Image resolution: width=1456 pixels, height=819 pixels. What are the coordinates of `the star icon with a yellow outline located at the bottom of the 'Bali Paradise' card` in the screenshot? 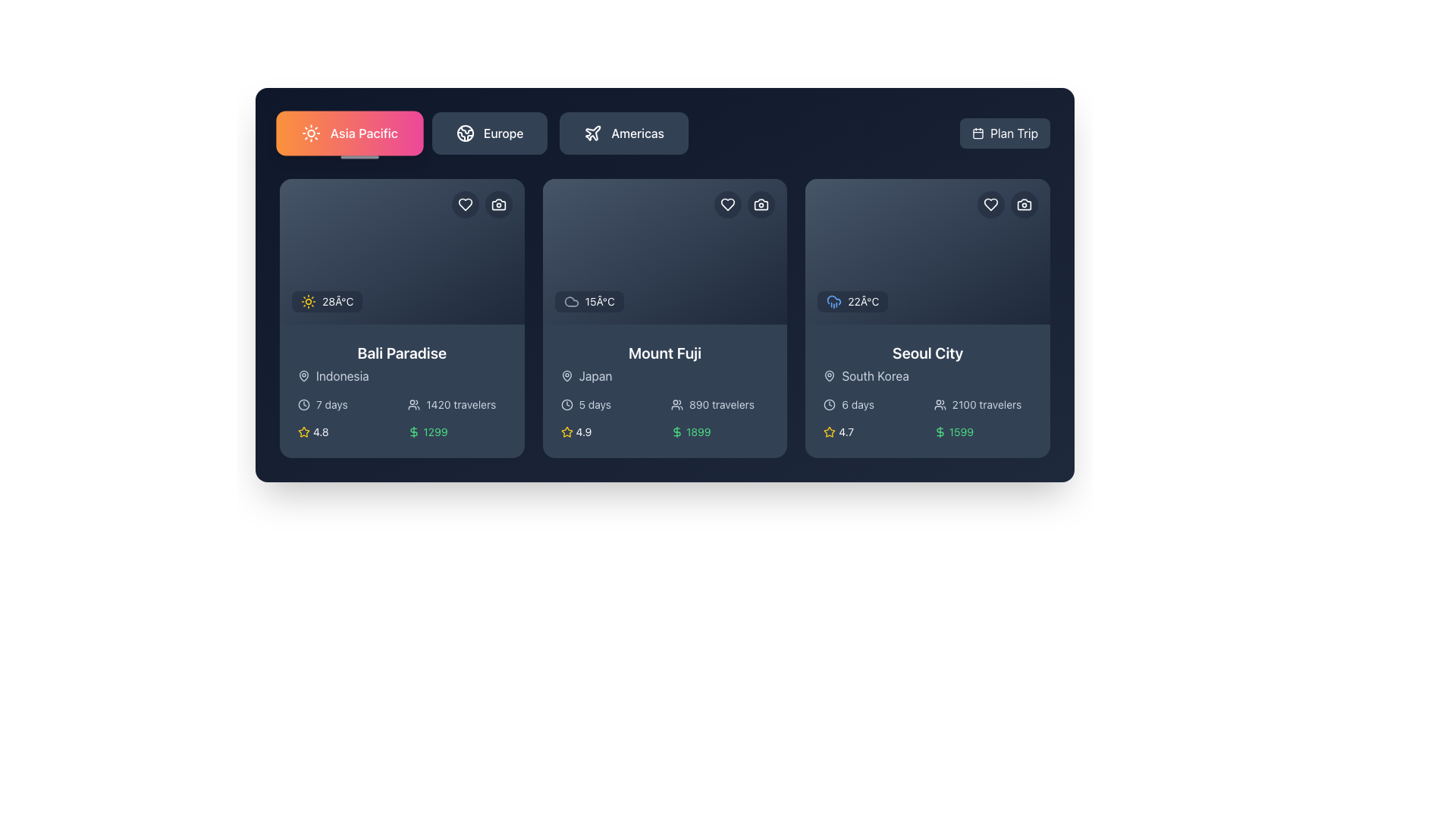 It's located at (303, 431).